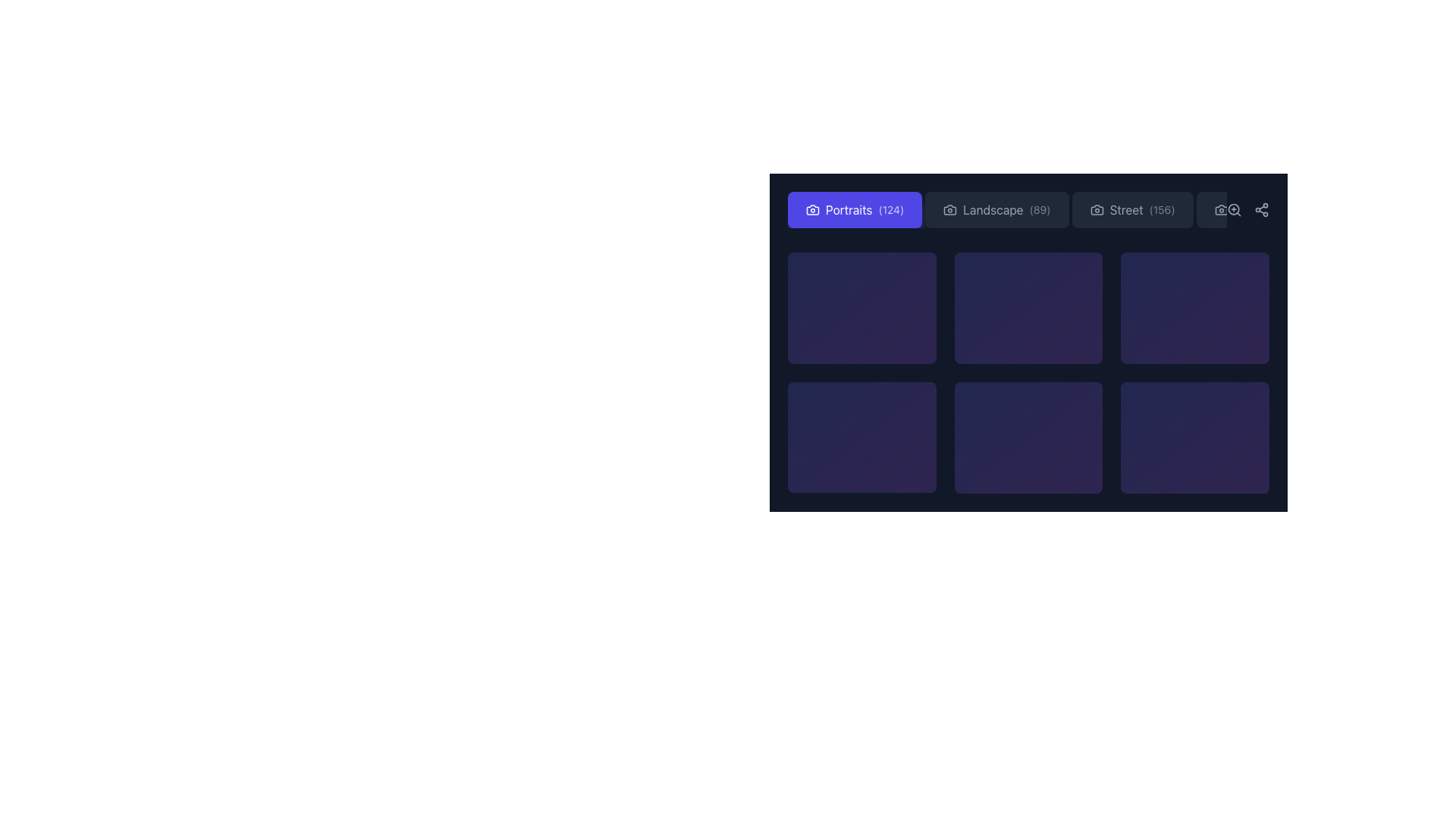  What do you see at coordinates (891, 210) in the screenshot?
I see `the text label indicating the quantity of items available in the 'Portraits' category, located to the right of the text 'Portraits' within the category buttons at the top of the interface` at bounding box center [891, 210].